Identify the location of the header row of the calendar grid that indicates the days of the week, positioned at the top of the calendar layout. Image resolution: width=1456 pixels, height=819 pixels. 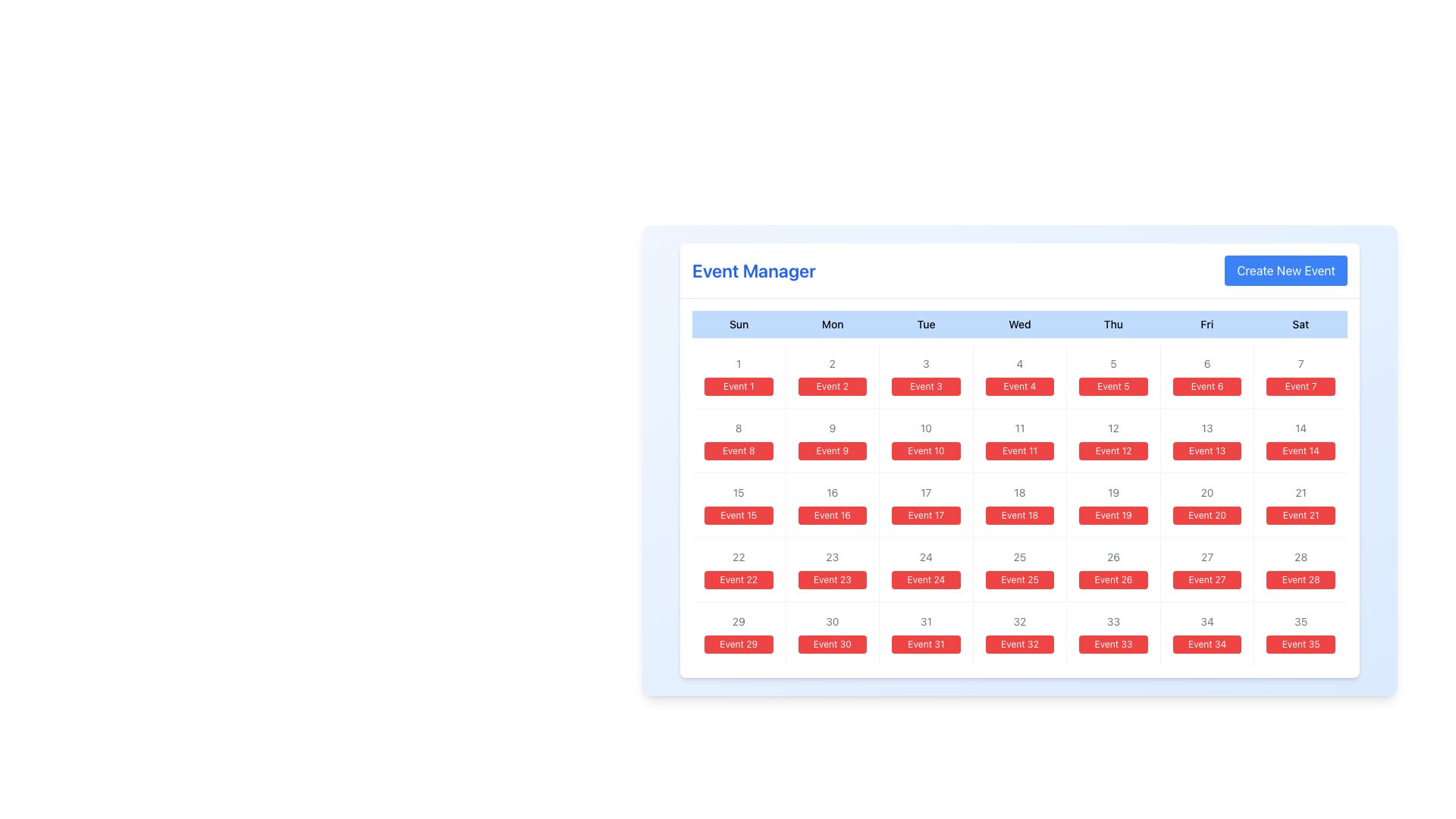
(1019, 324).